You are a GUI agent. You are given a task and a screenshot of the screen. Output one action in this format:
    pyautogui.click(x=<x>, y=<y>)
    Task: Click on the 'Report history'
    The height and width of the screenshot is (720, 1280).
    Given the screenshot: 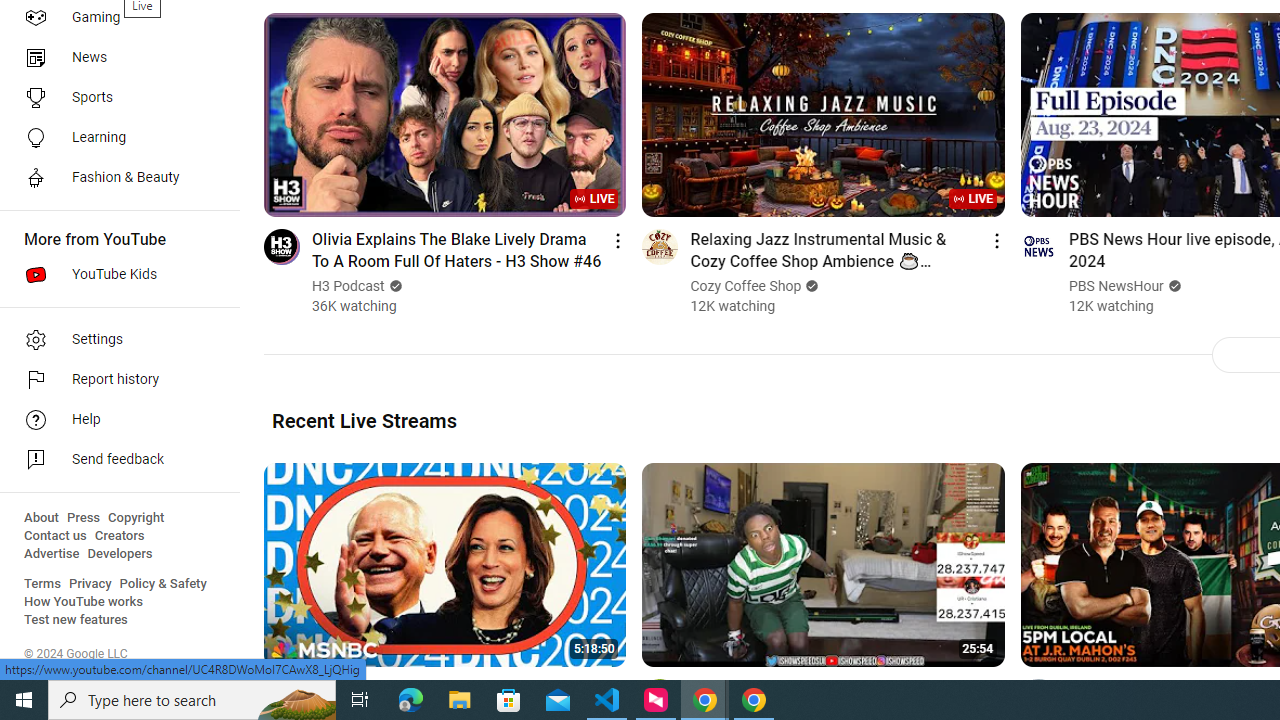 What is the action you would take?
    pyautogui.click(x=112, y=380)
    